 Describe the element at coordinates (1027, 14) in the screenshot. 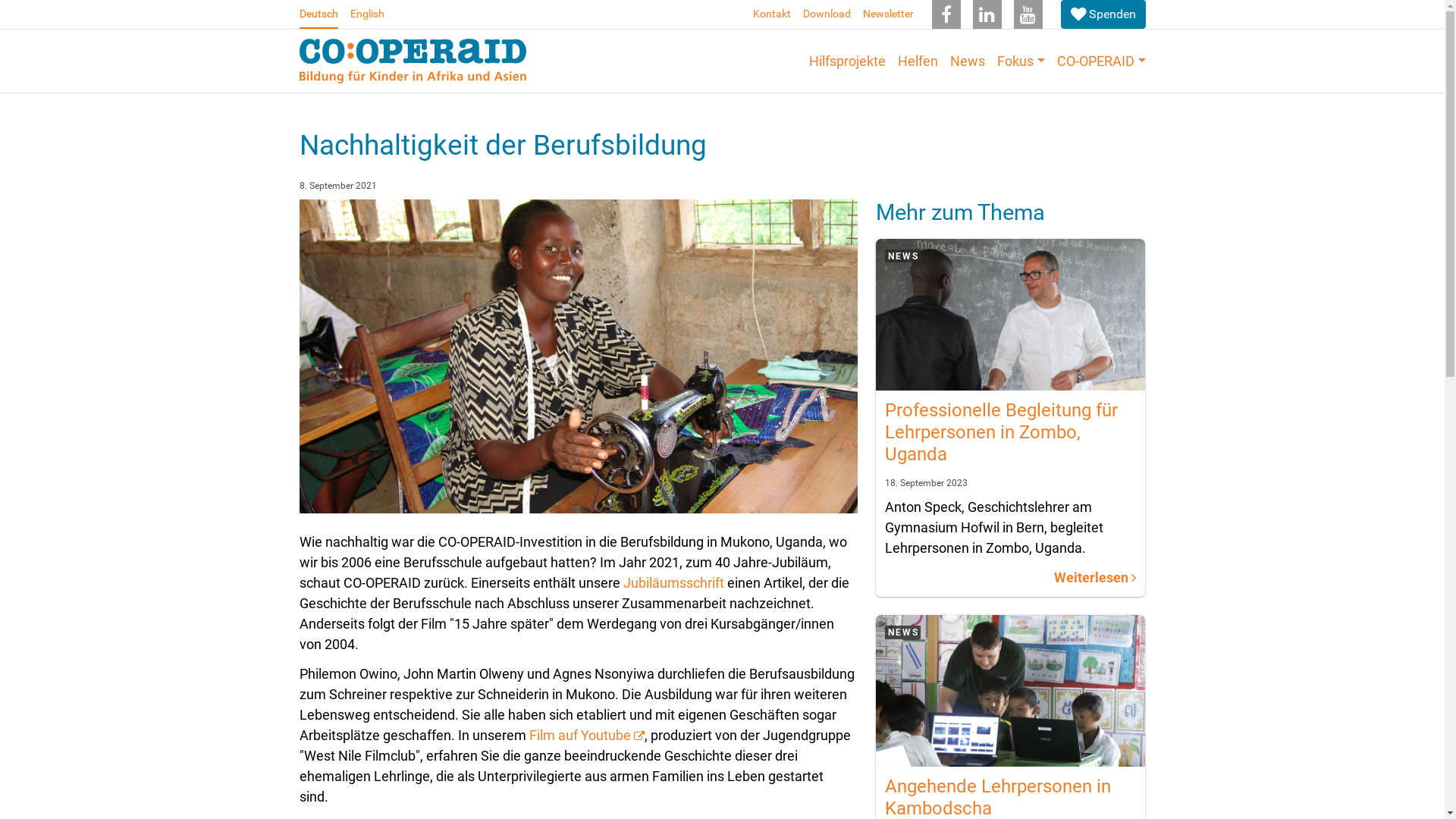

I see `'Youtube'` at that location.